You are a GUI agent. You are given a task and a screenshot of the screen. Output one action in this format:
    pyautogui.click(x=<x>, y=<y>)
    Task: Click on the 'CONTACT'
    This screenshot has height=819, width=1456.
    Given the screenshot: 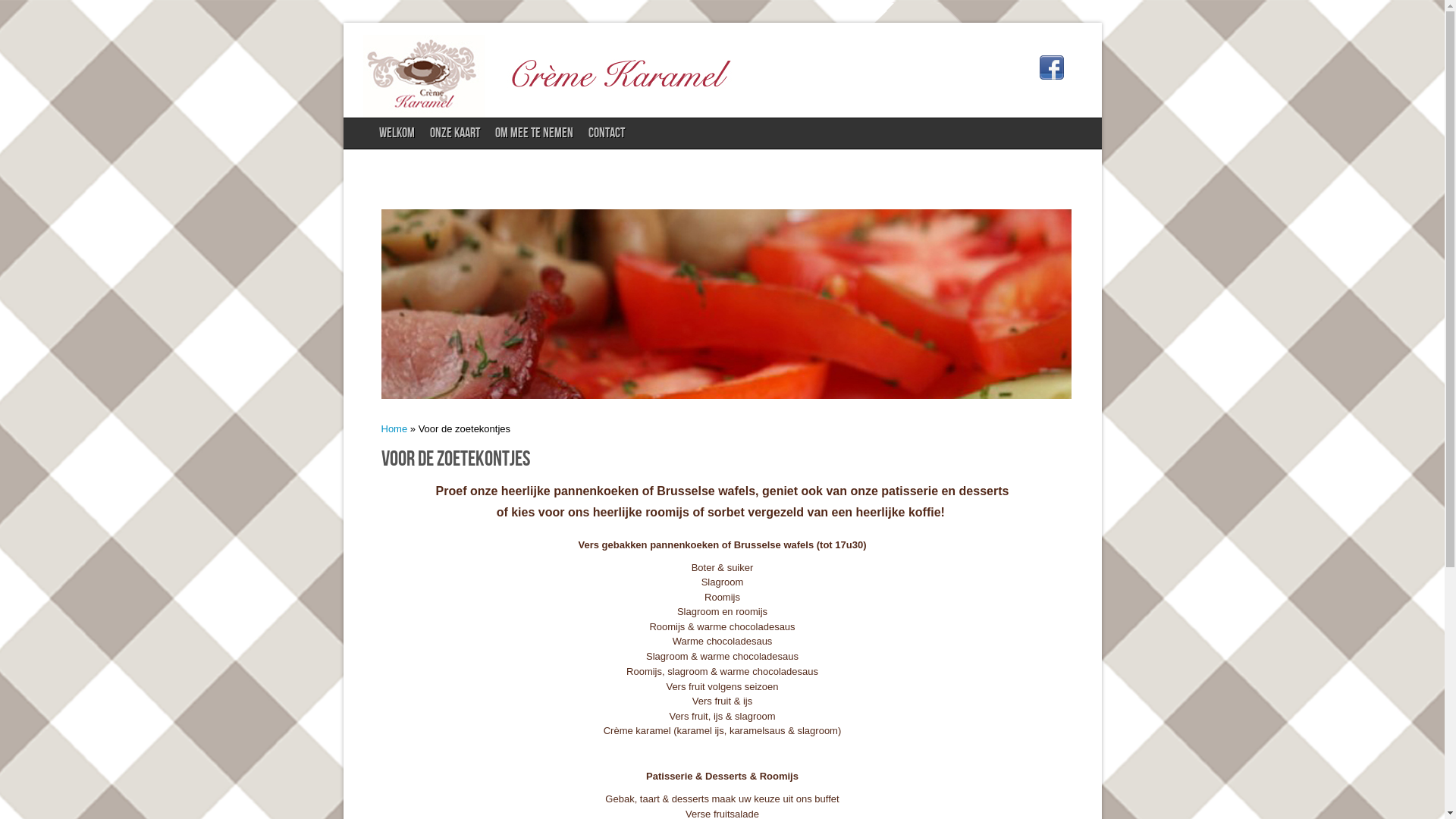 What is the action you would take?
    pyautogui.click(x=607, y=133)
    